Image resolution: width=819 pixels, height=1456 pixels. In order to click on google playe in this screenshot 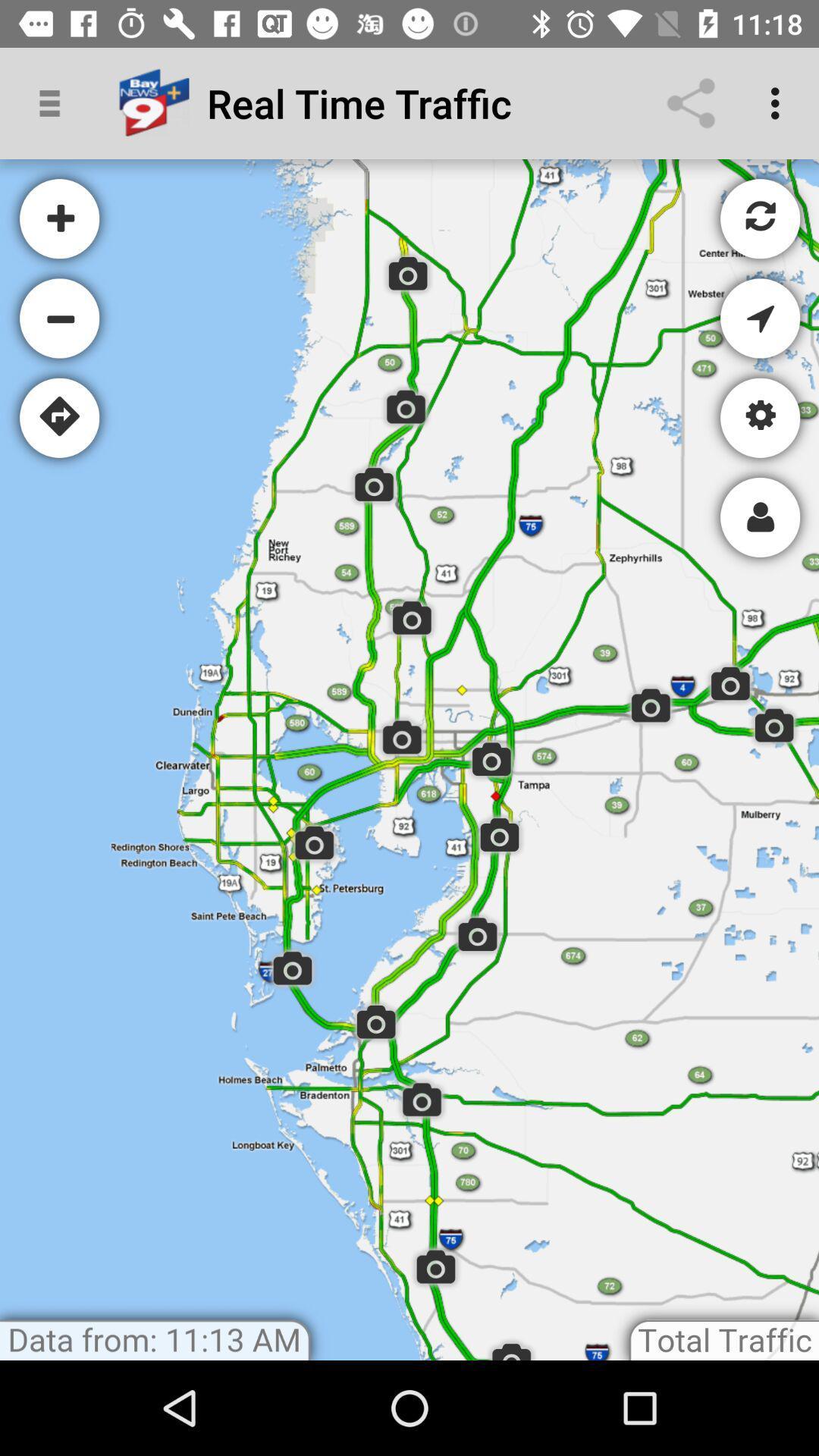, I will do `click(409, 760)`.